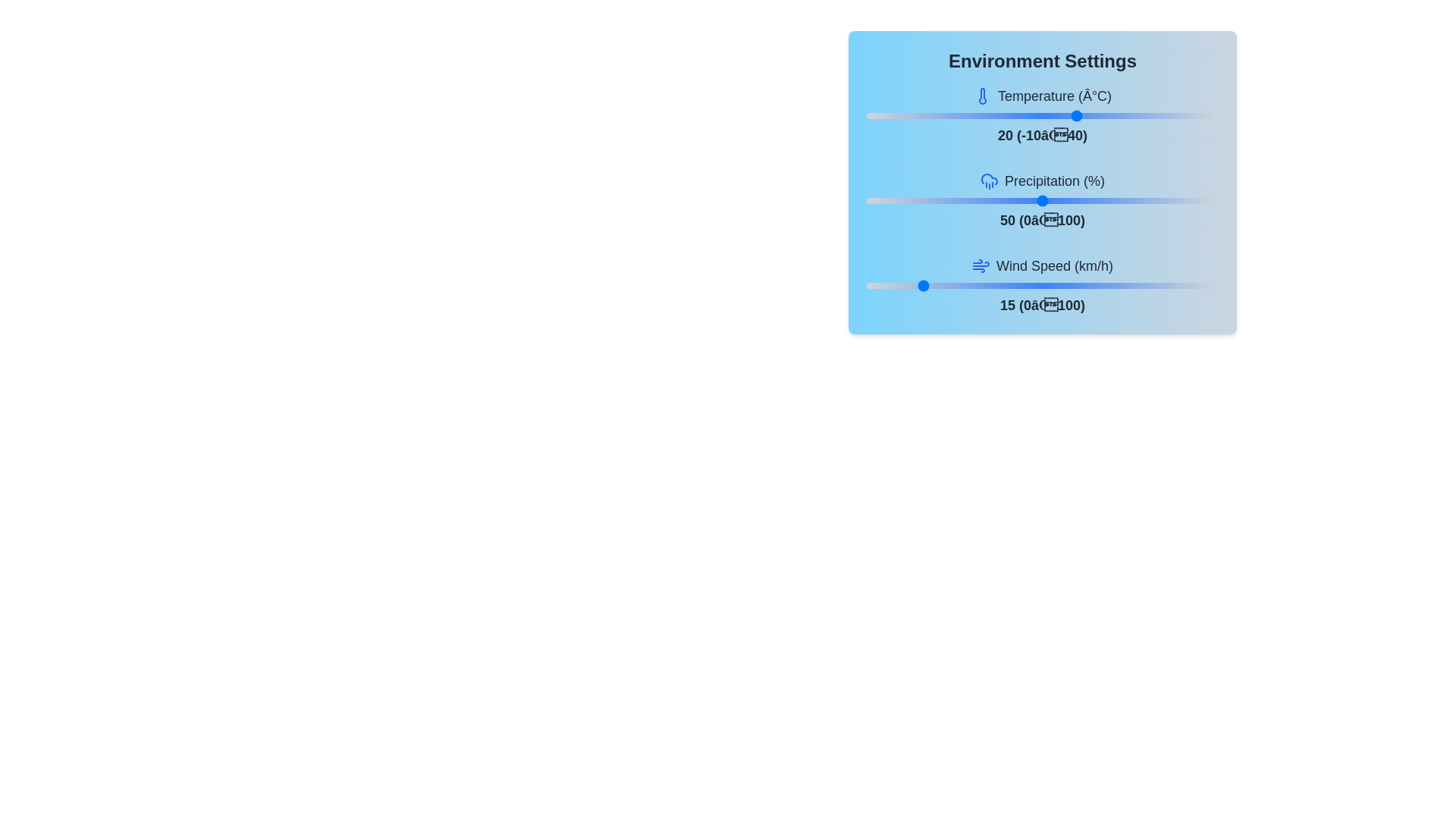  Describe the element at coordinates (1054, 96) in the screenshot. I see `the temperature settings label in the 'Environment Settings' section, located to the right of the thermometer icon` at that location.